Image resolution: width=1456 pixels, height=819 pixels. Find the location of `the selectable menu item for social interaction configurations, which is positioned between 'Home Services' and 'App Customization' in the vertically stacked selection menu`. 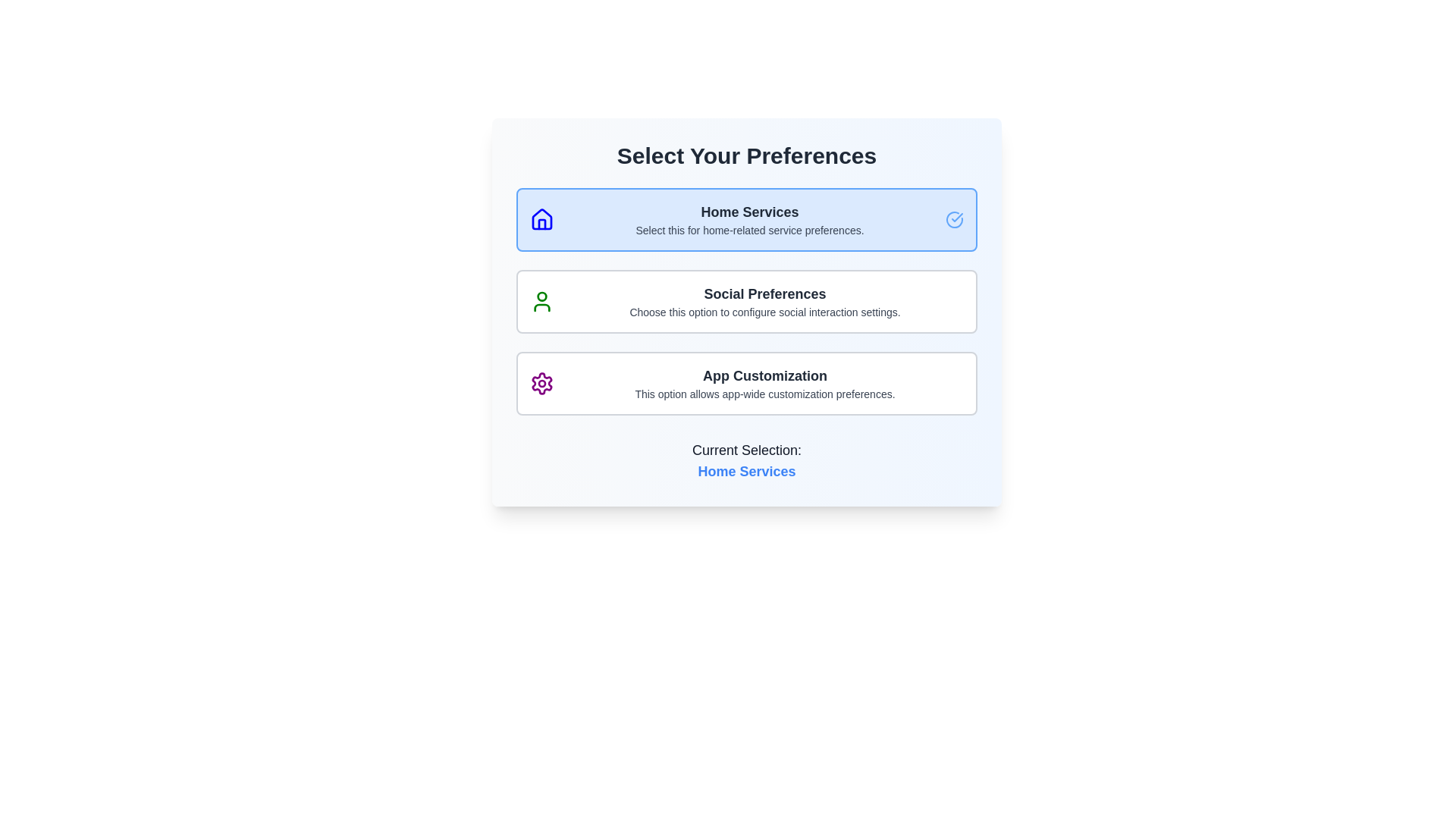

the selectable menu item for social interaction configurations, which is positioned between 'Home Services' and 'App Customization' in the vertically stacked selection menu is located at coordinates (764, 301).